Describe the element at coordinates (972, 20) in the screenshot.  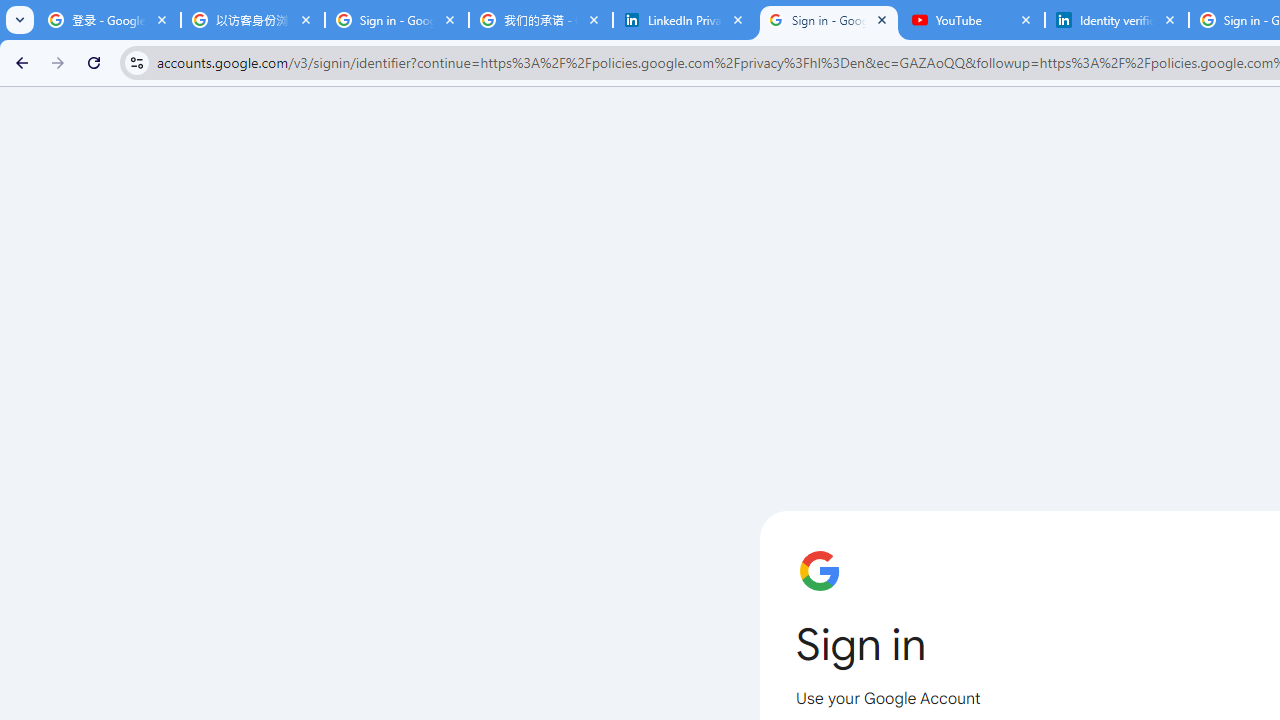
I see `'YouTube'` at that location.